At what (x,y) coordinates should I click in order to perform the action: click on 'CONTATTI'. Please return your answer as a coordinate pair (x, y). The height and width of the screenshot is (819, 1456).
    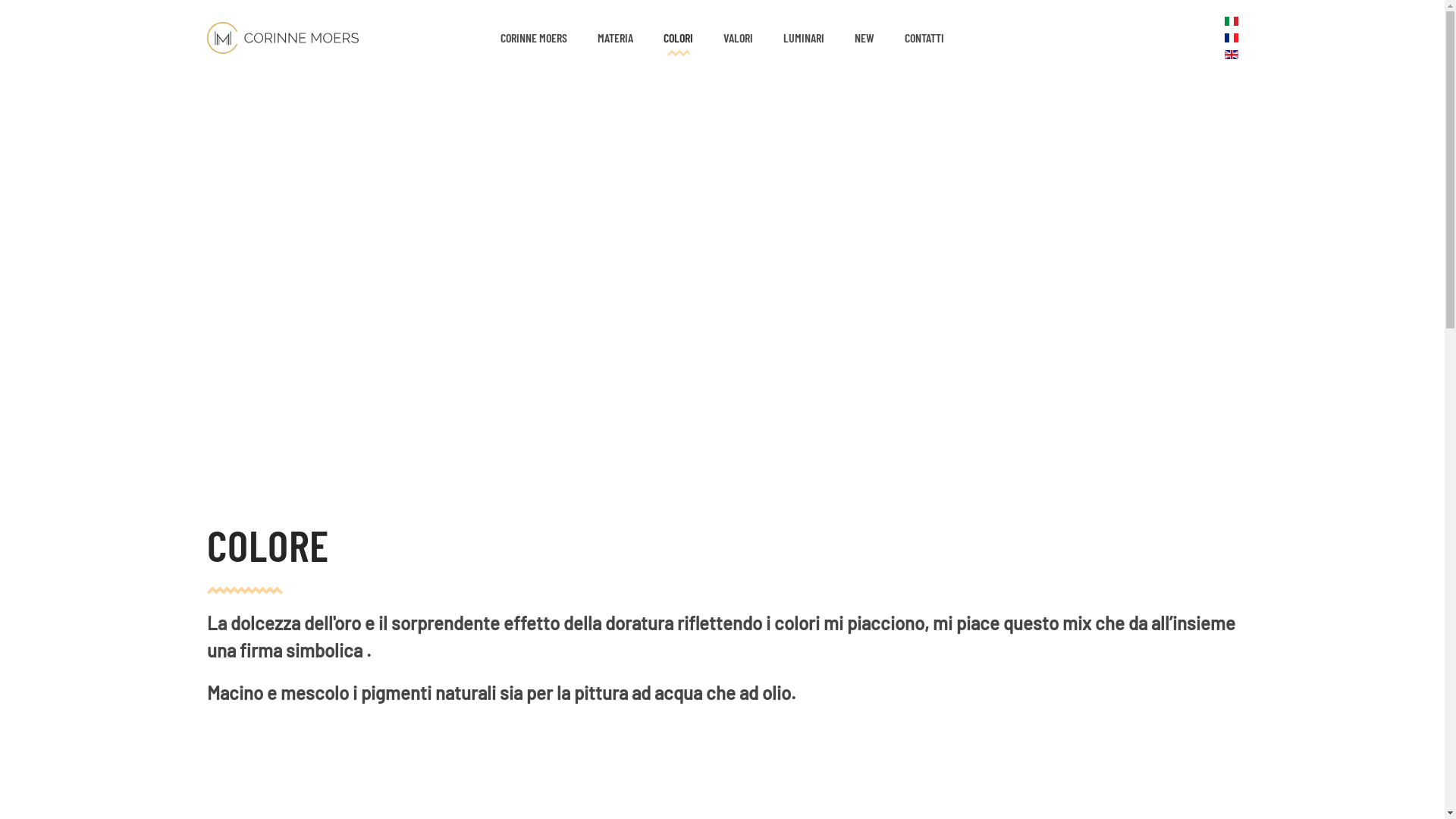
    Looking at the image, I should click on (924, 37).